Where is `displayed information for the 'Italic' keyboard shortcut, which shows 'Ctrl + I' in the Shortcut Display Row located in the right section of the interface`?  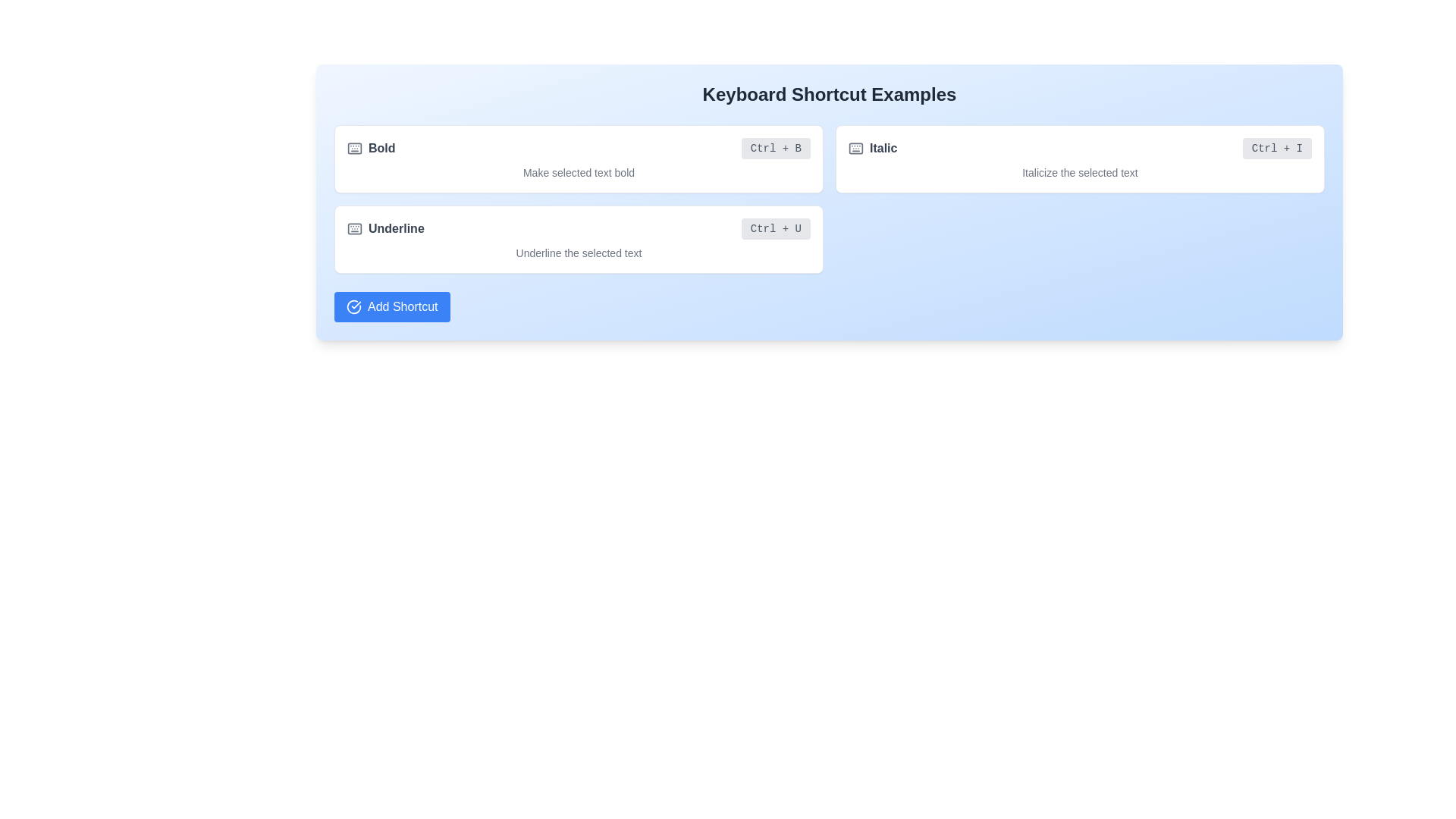 displayed information for the 'Italic' keyboard shortcut, which shows 'Ctrl + I' in the Shortcut Display Row located in the right section of the interface is located at coordinates (1079, 149).